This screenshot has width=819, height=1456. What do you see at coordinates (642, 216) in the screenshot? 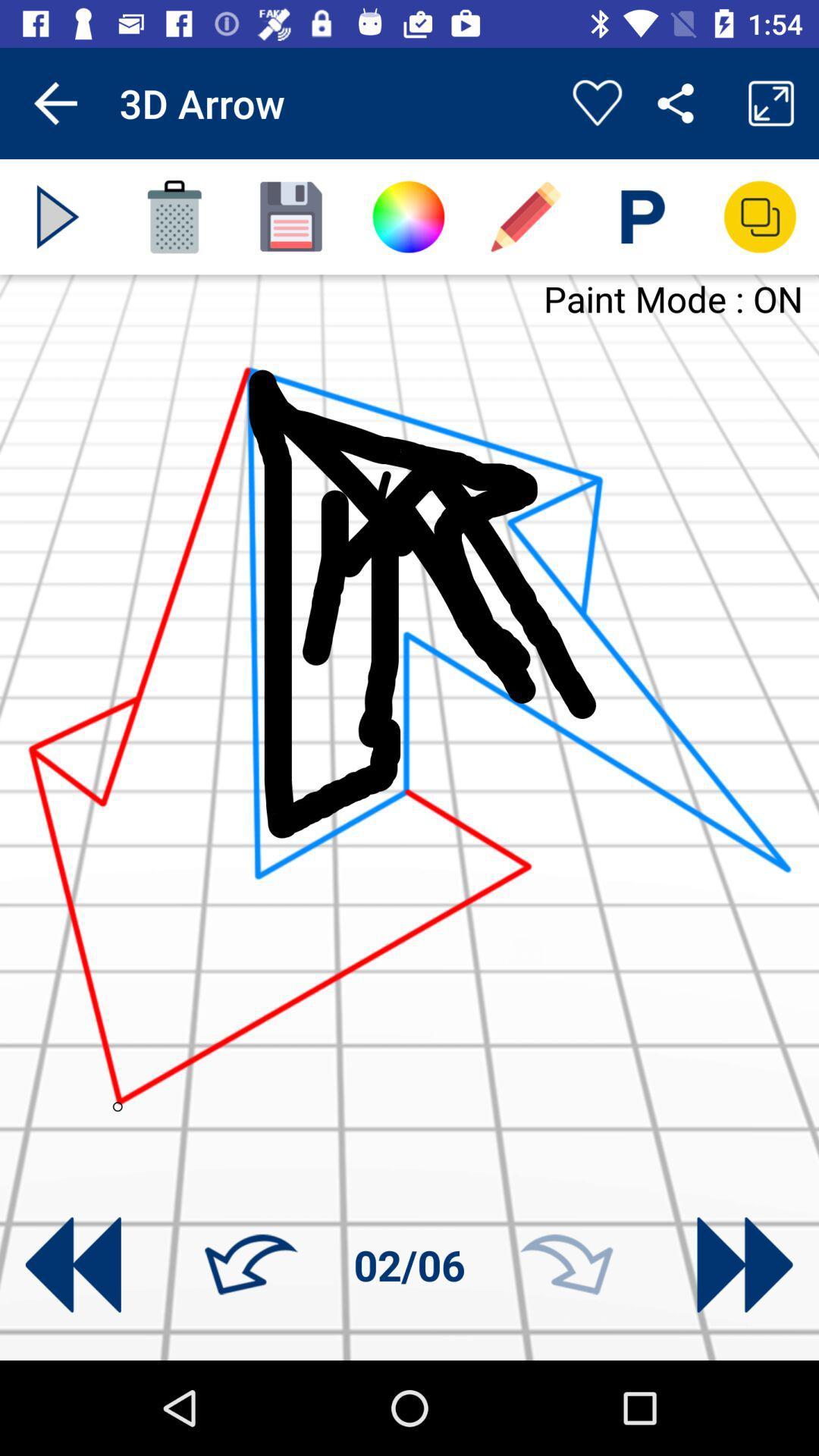
I see `type text` at bounding box center [642, 216].